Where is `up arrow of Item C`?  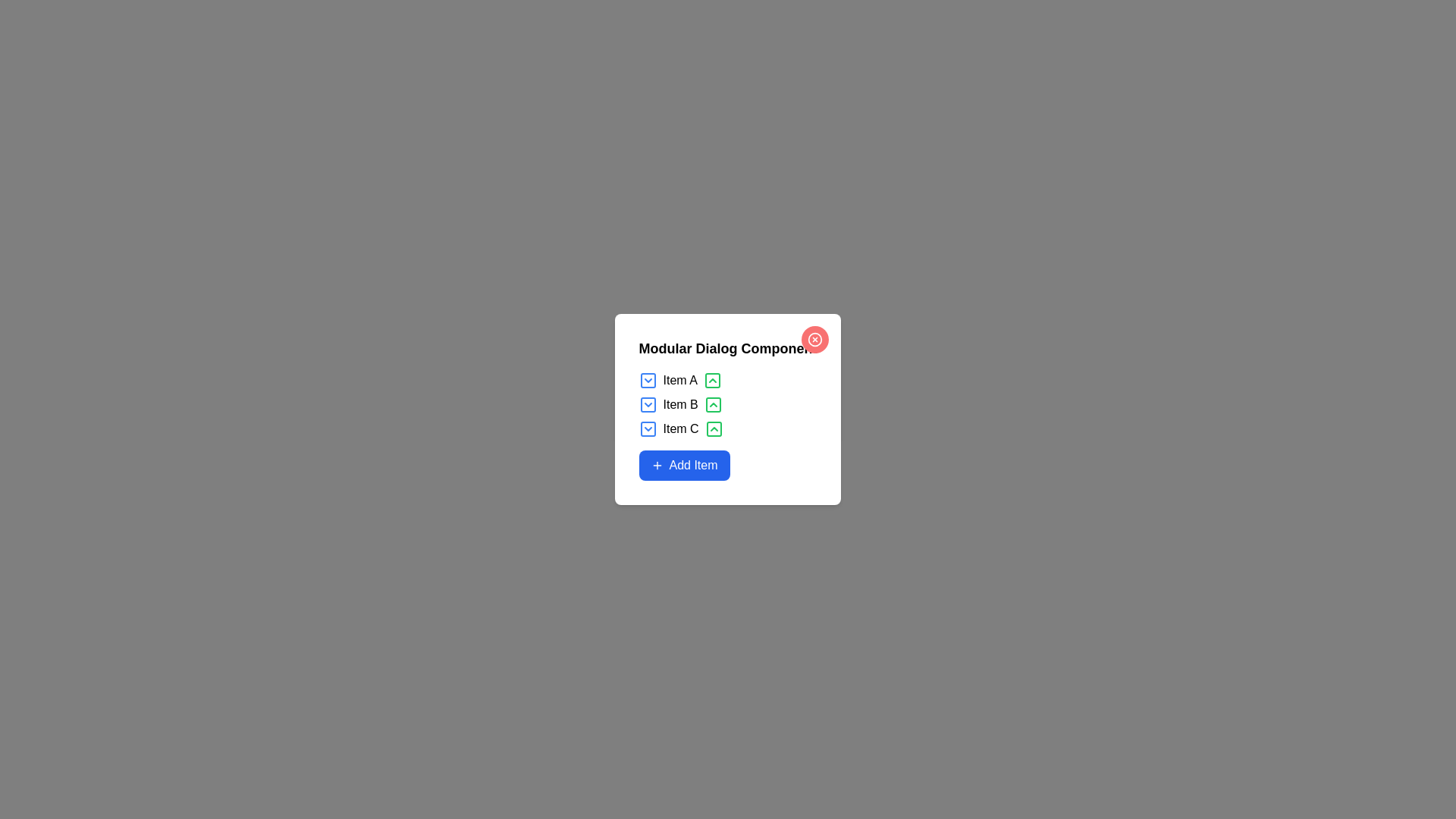 up arrow of Item C is located at coordinates (713, 429).